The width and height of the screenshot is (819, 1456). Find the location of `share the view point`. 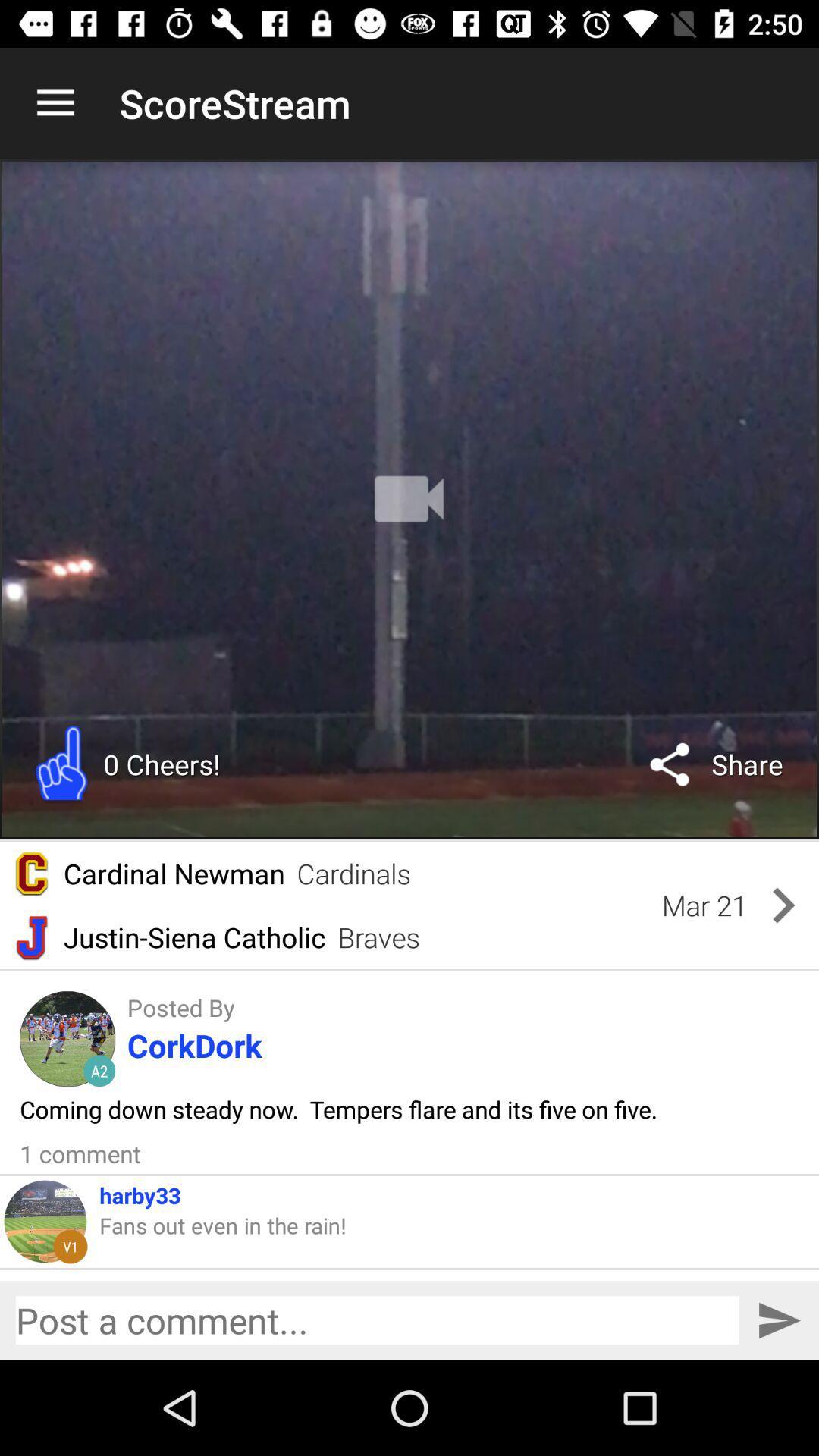

share the view point is located at coordinates (376, 1319).